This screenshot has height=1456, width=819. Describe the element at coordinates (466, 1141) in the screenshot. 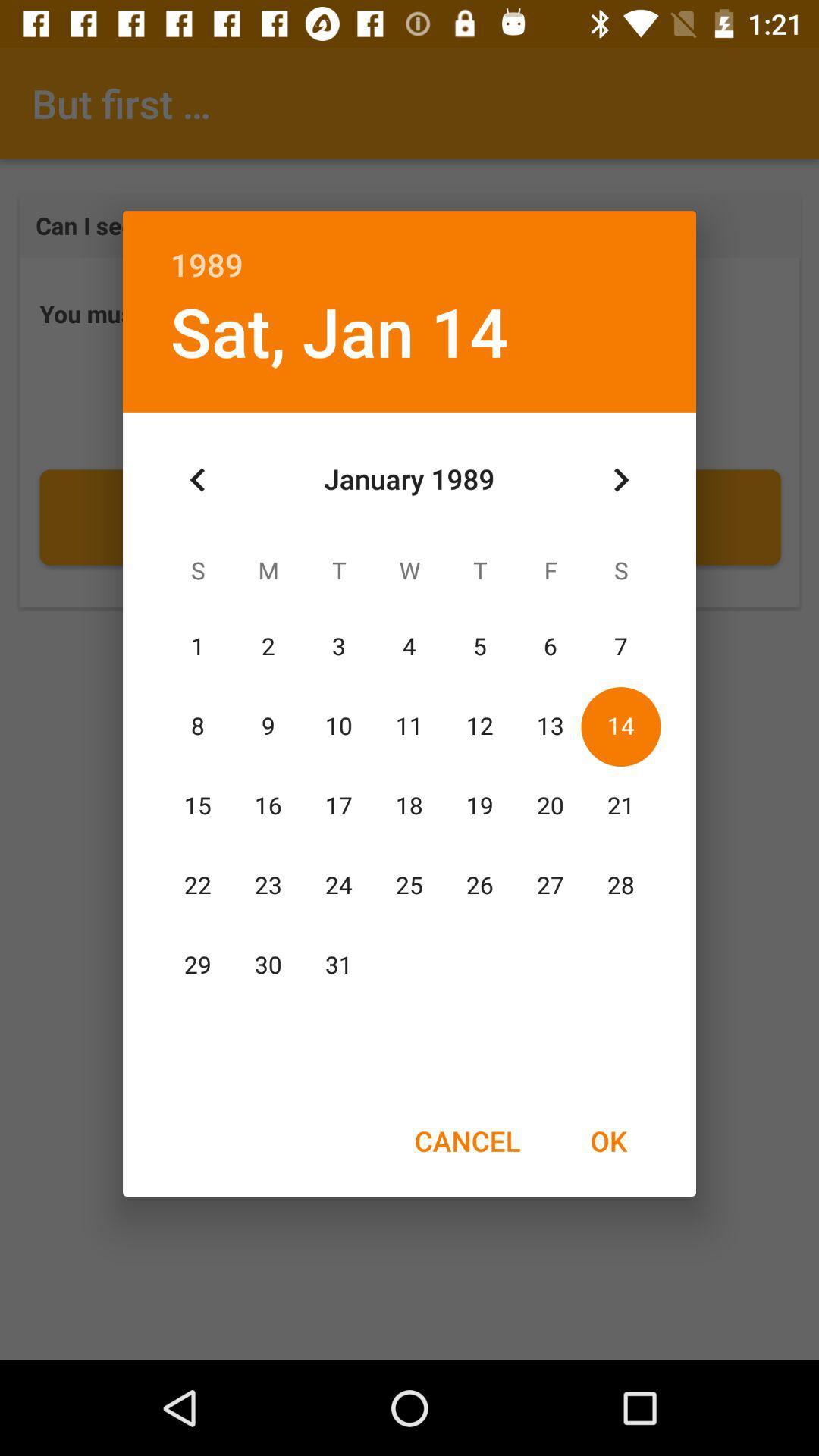

I see `the cancel` at that location.